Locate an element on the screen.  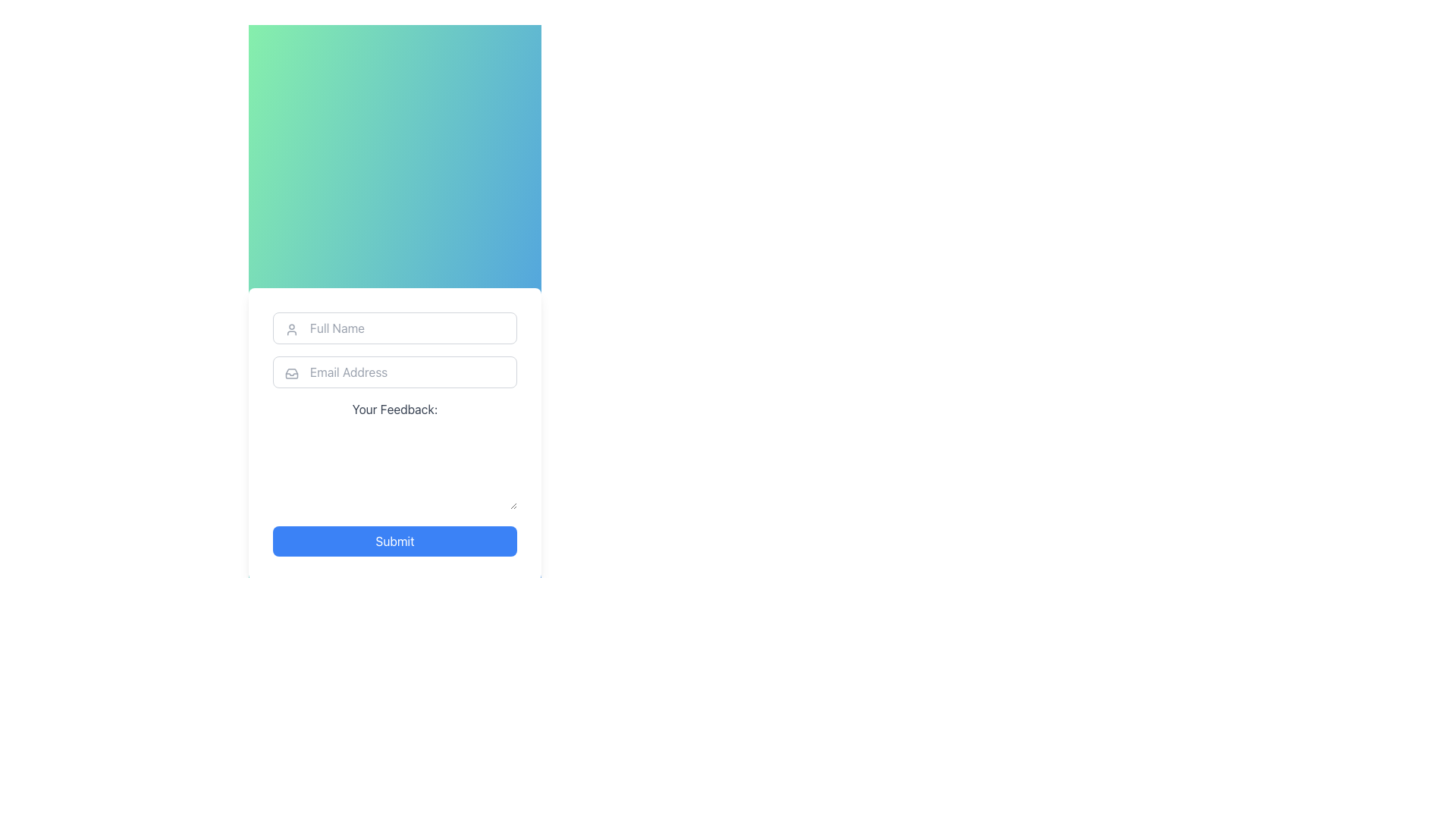
the Icon component that visually represents an inbox or envelope, associated with the 'Email Address' input field is located at coordinates (291, 374).